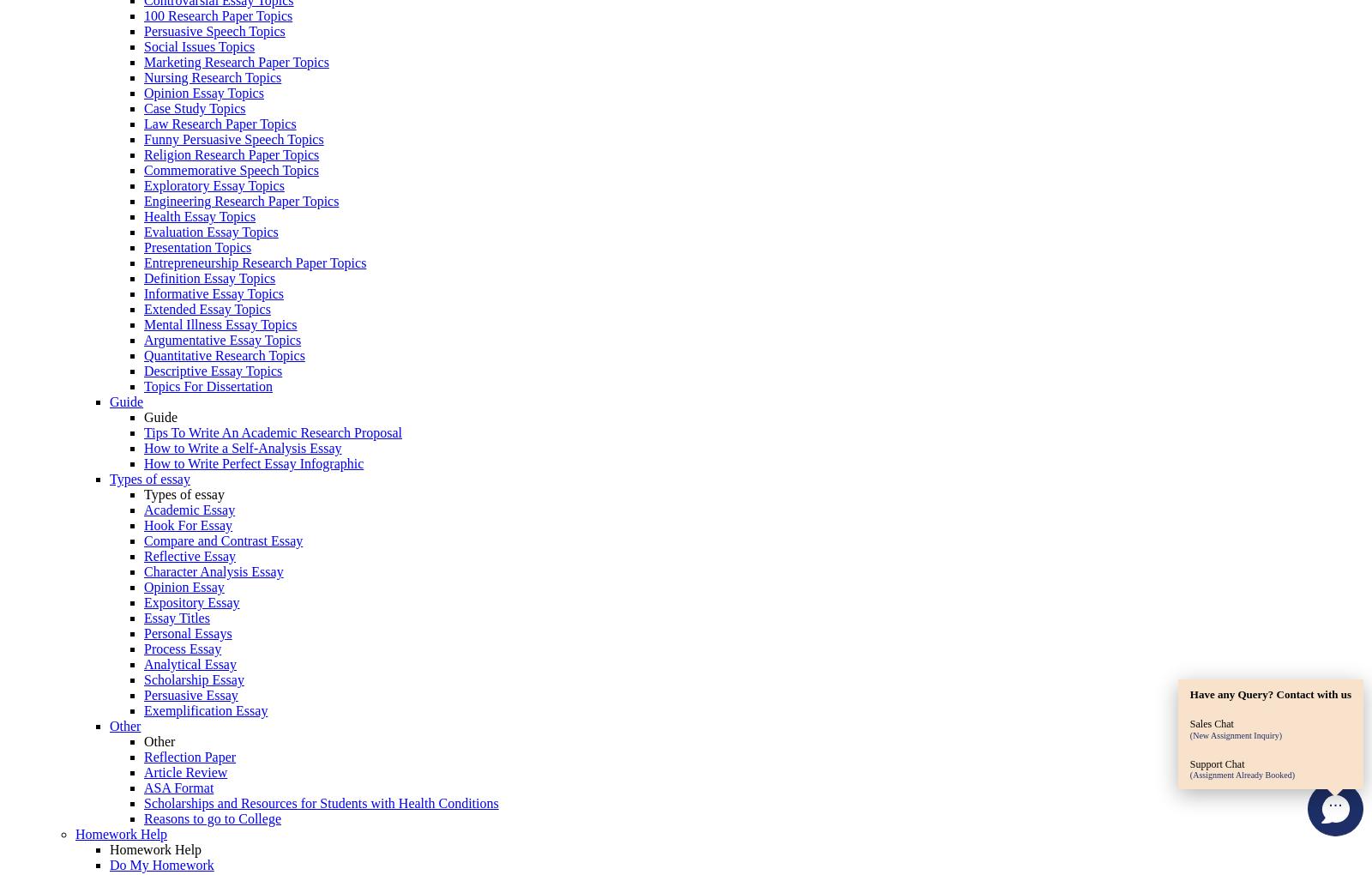  What do you see at coordinates (213, 370) in the screenshot?
I see `'Descriptive Essay Topics'` at bounding box center [213, 370].